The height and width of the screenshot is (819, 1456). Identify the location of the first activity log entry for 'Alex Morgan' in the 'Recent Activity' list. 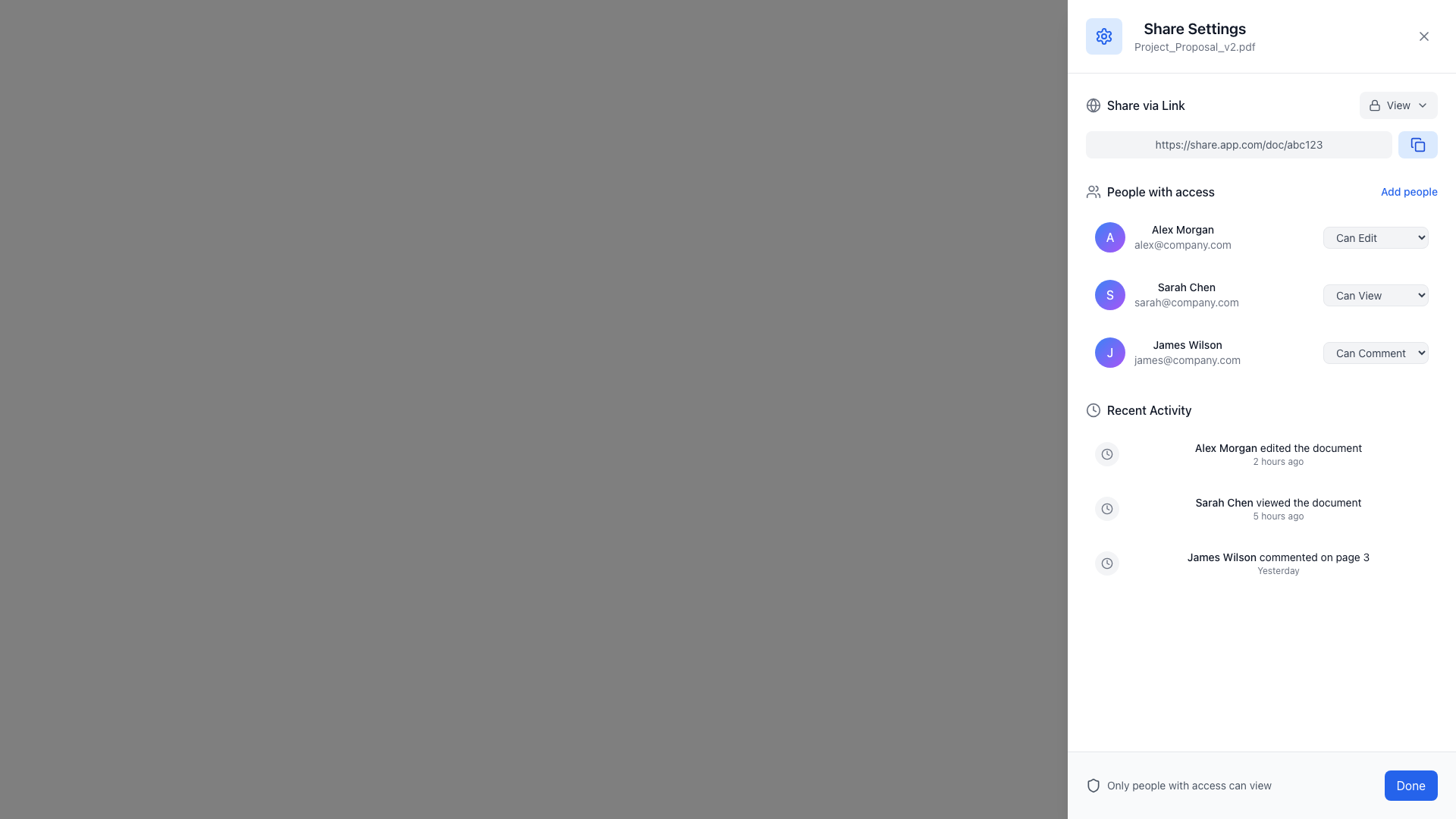
(1262, 453).